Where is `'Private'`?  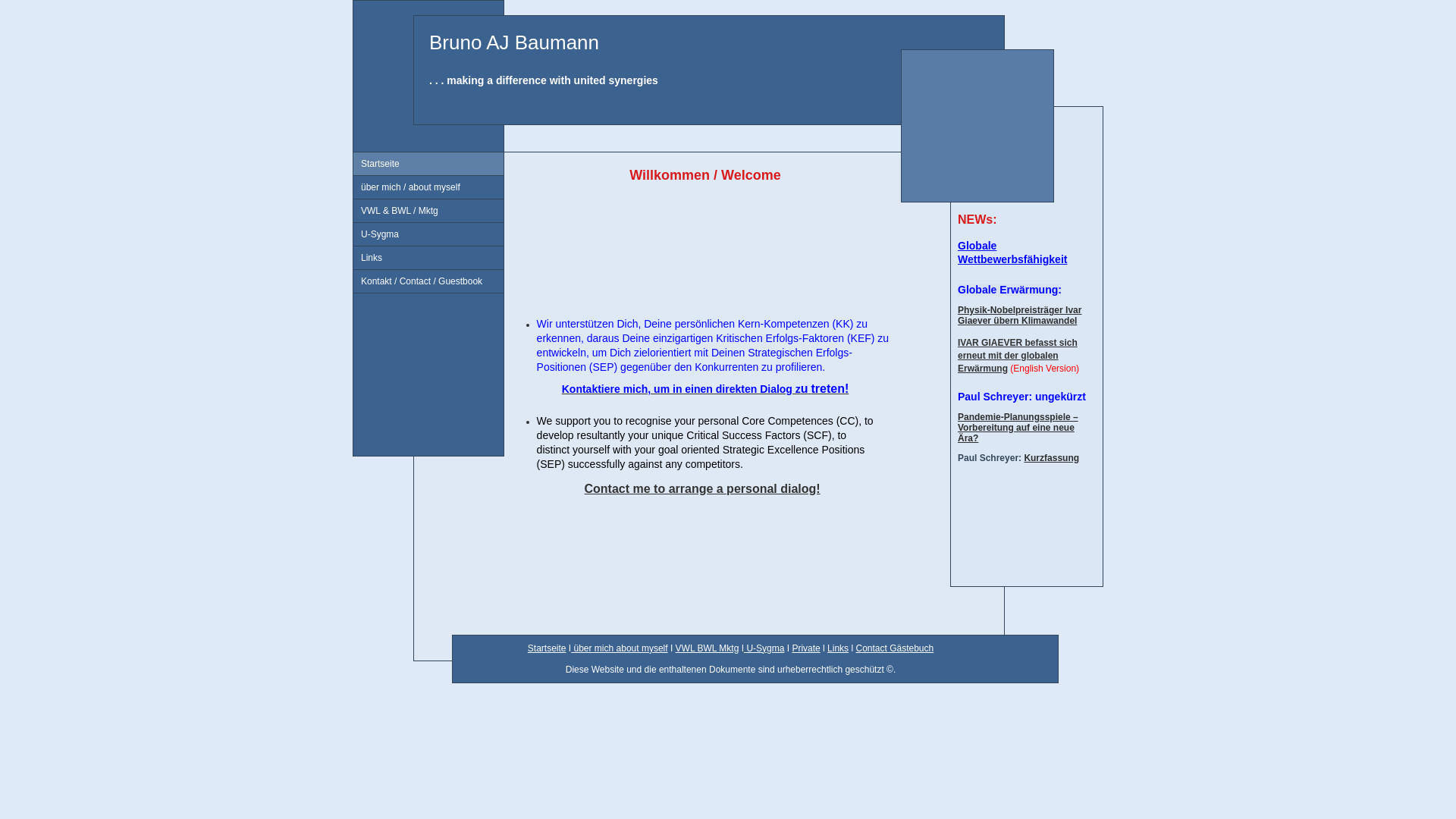
'Private' is located at coordinates (790, 648).